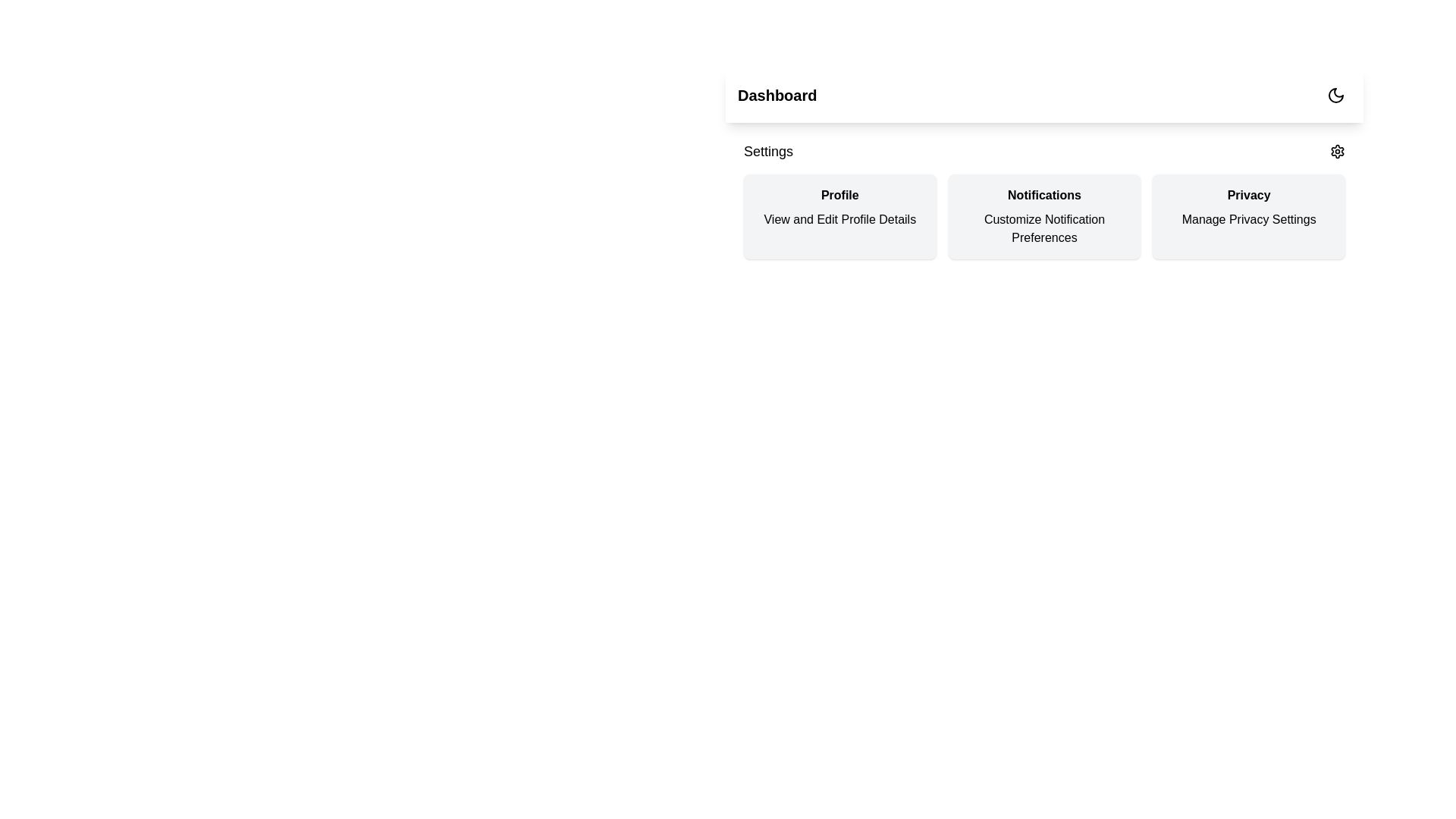  Describe the element at coordinates (839, 216) in the screenshot. I see `the 'Profile' card which is the first card in a grid layout, featuring a light gray background with rounded corners and displaying the text 'Profile' prominently in bold` at that location.